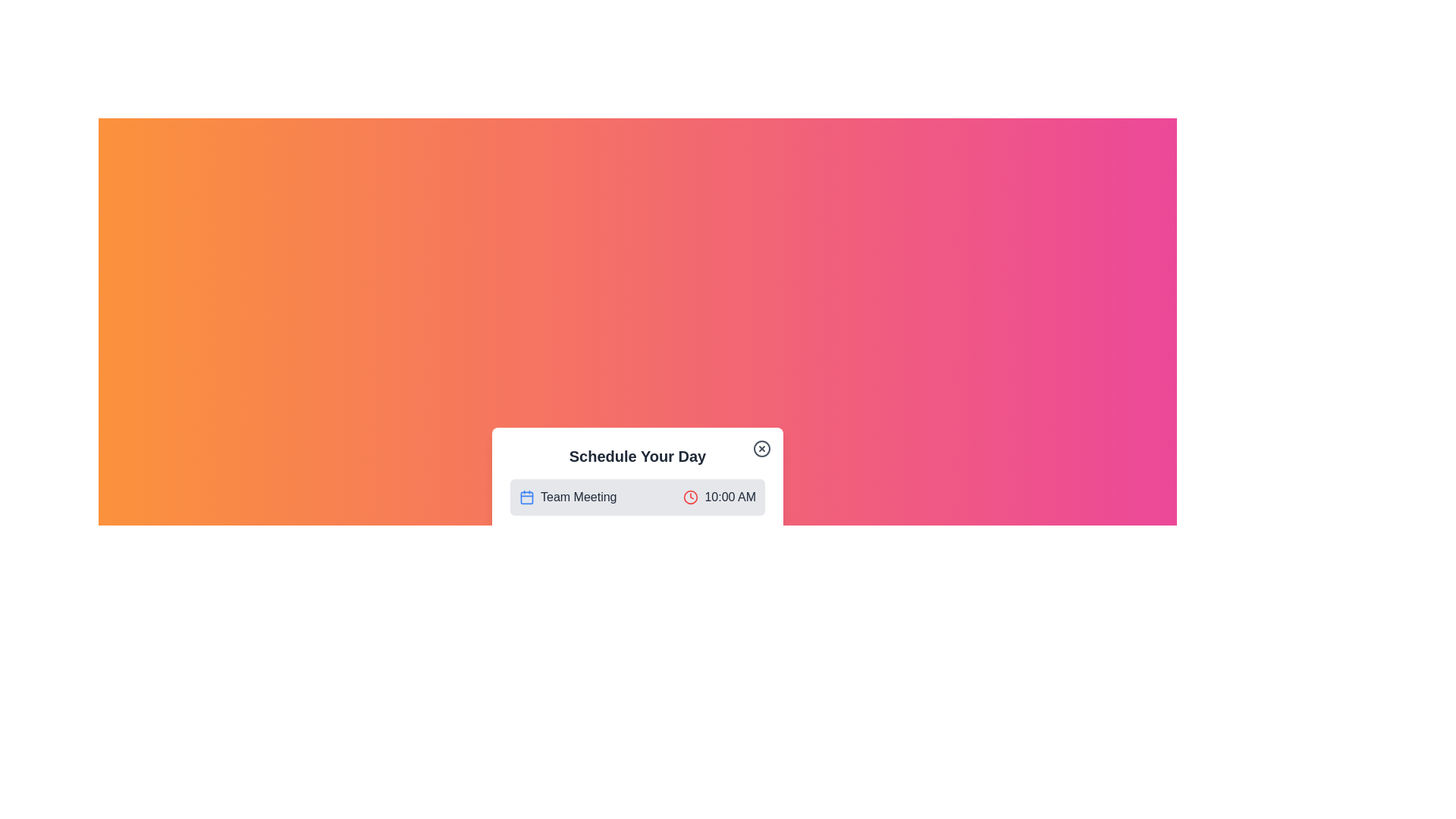 This screenshot has width=1456, height=819. I want to click on the text element displaying '10:00 AM' with a clock icon, located in the second section of the 'Schedule Your Day' area, aligned next to the 'Team Meeting' label, so click(719, 497).